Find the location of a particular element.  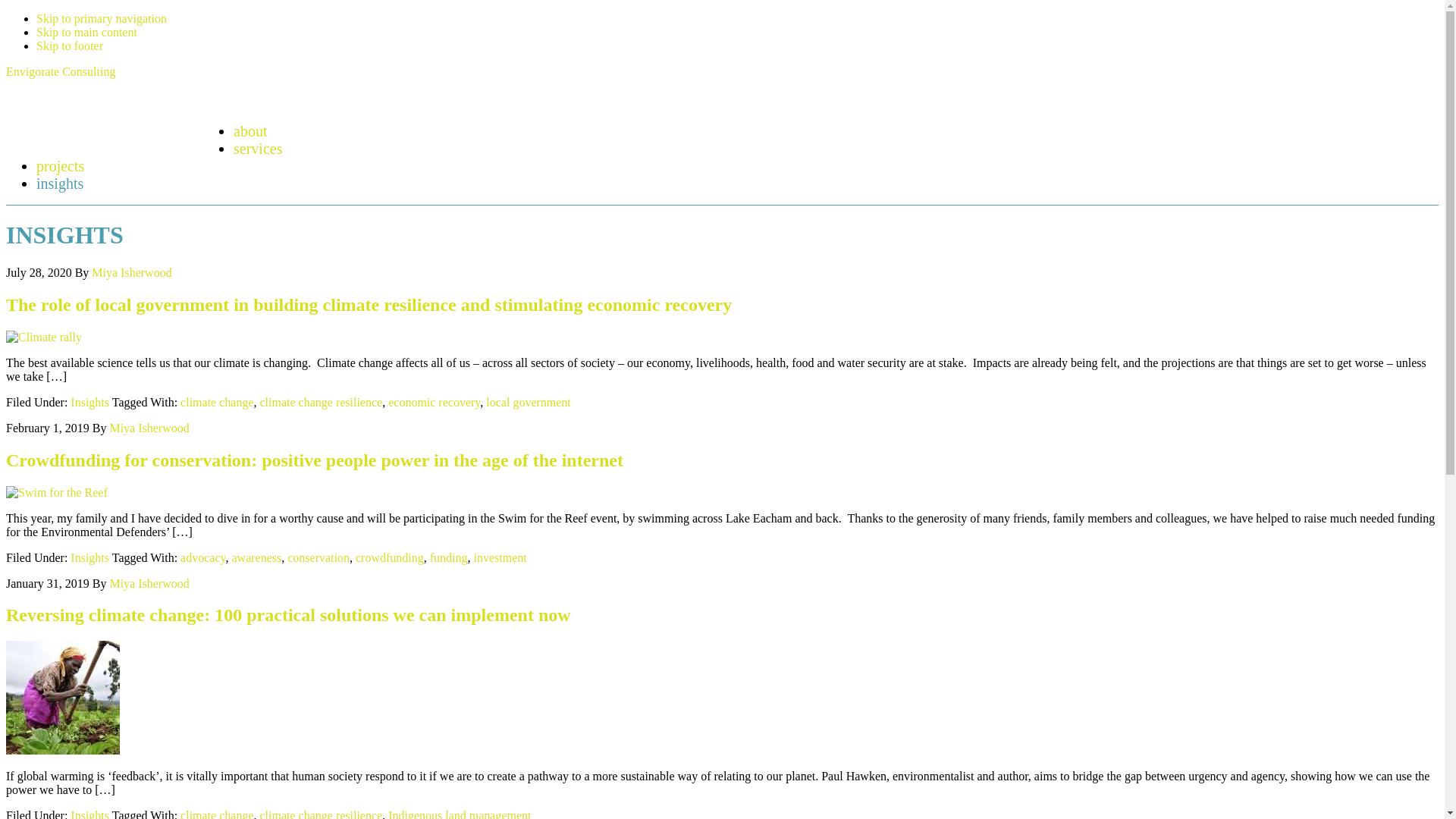

'about' is located at coordinates (250, 130).